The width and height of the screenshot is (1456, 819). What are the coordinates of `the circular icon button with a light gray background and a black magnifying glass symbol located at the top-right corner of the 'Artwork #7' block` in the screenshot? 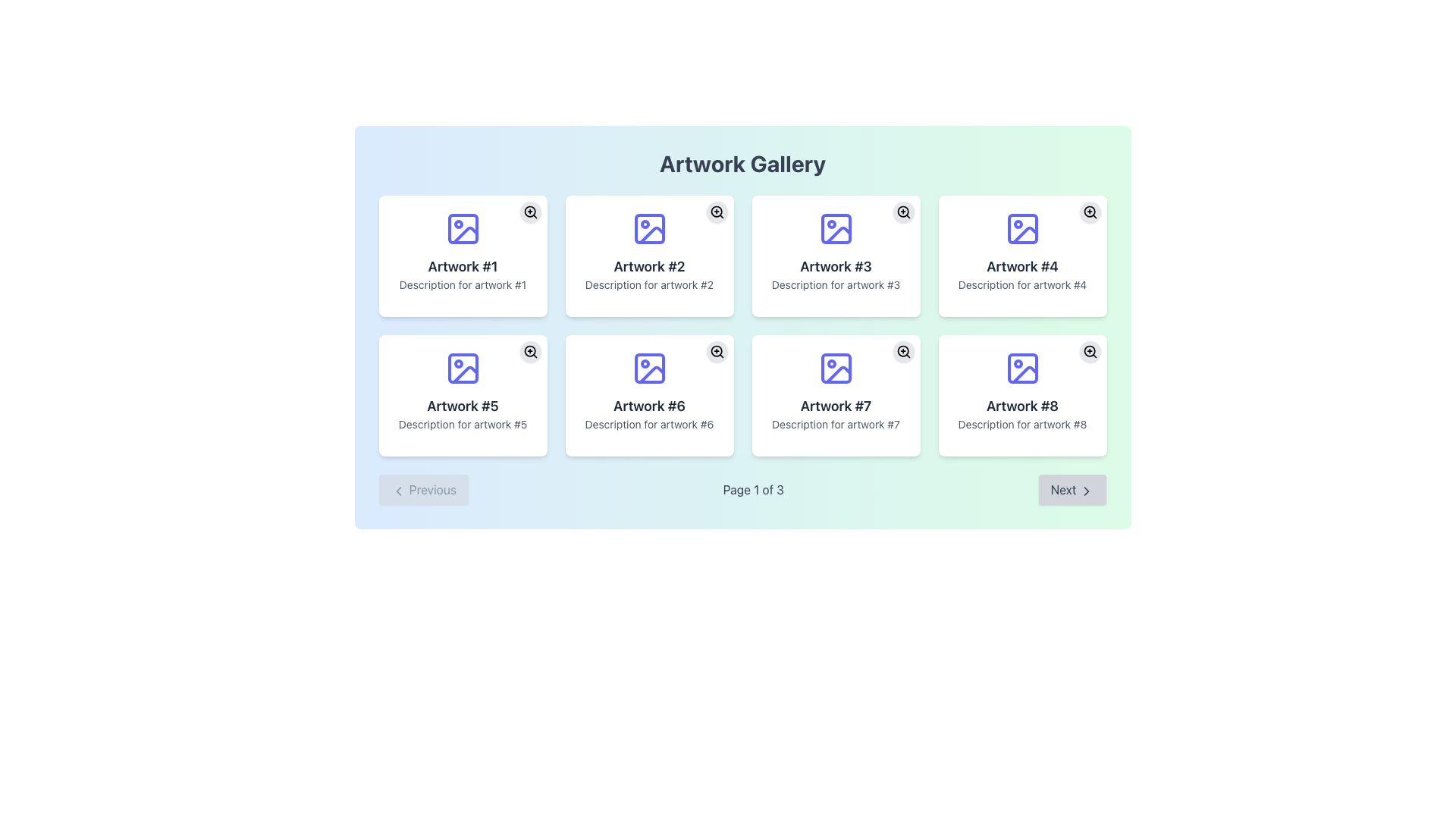 It's located at (903, 351).